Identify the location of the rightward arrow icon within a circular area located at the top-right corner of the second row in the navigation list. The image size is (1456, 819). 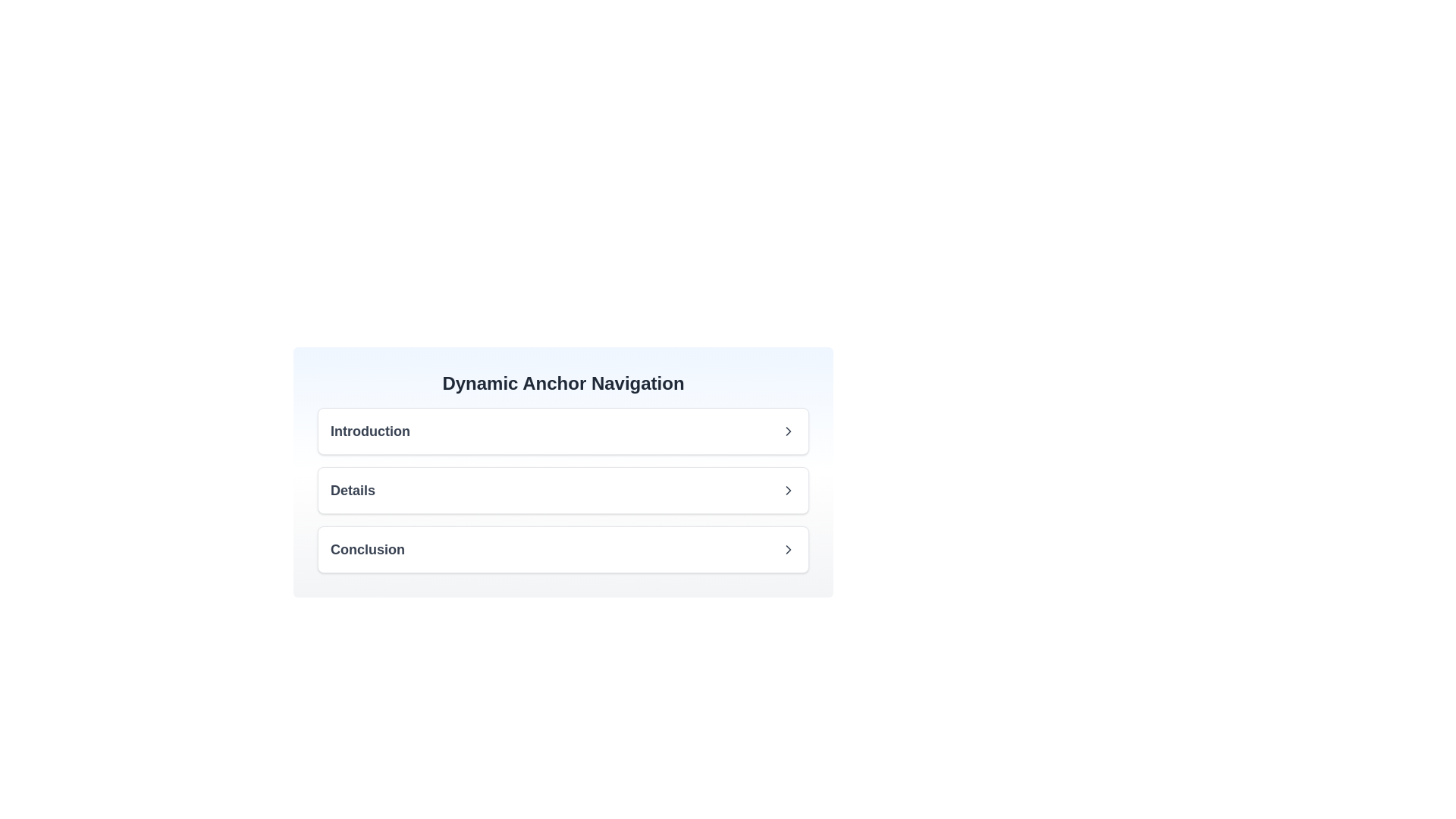
(789, 491).